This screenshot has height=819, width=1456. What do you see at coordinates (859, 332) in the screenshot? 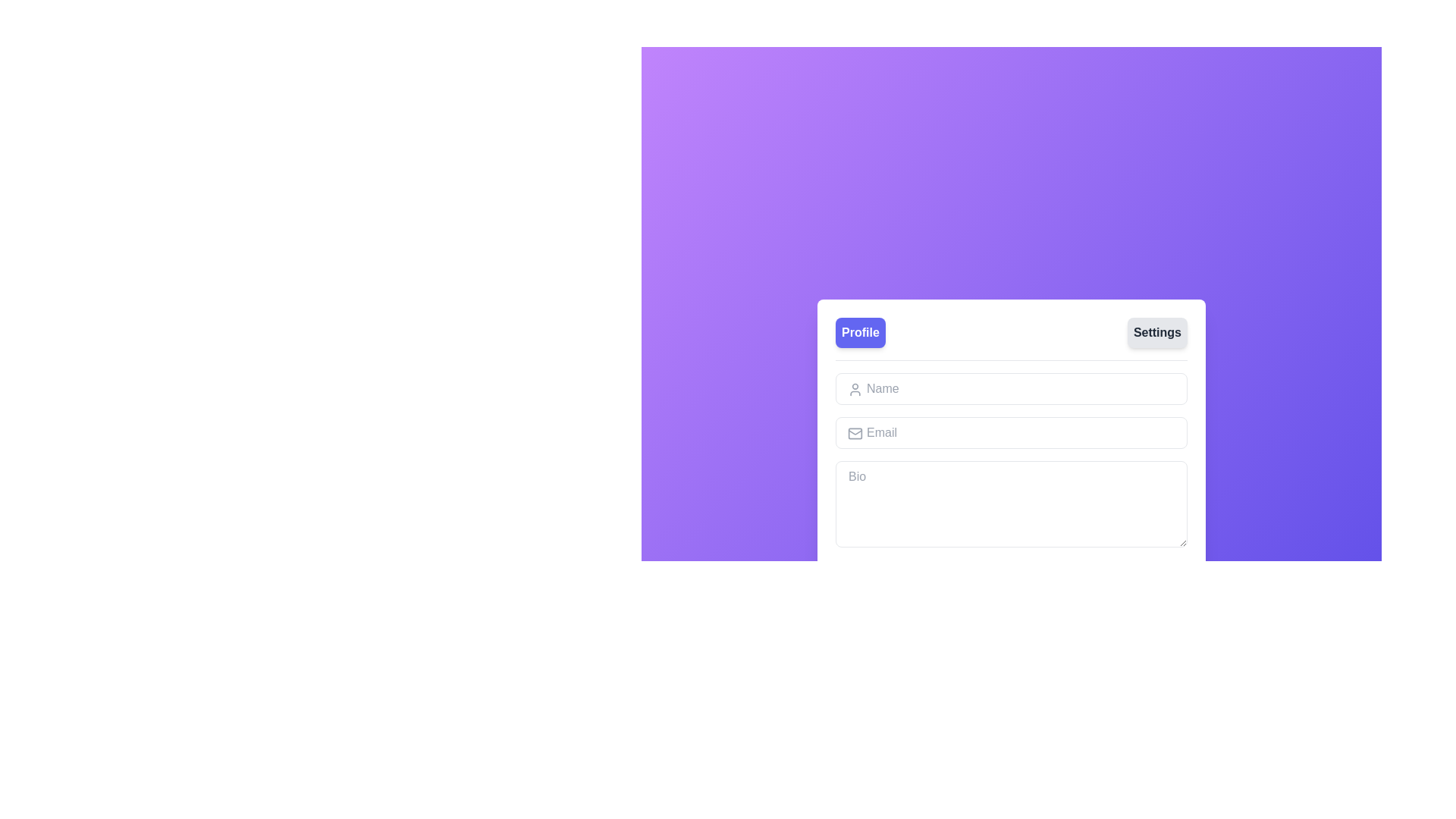
I see `the 'Profile' button located on the left within the header section of the card` at bounding box center [859, 332].